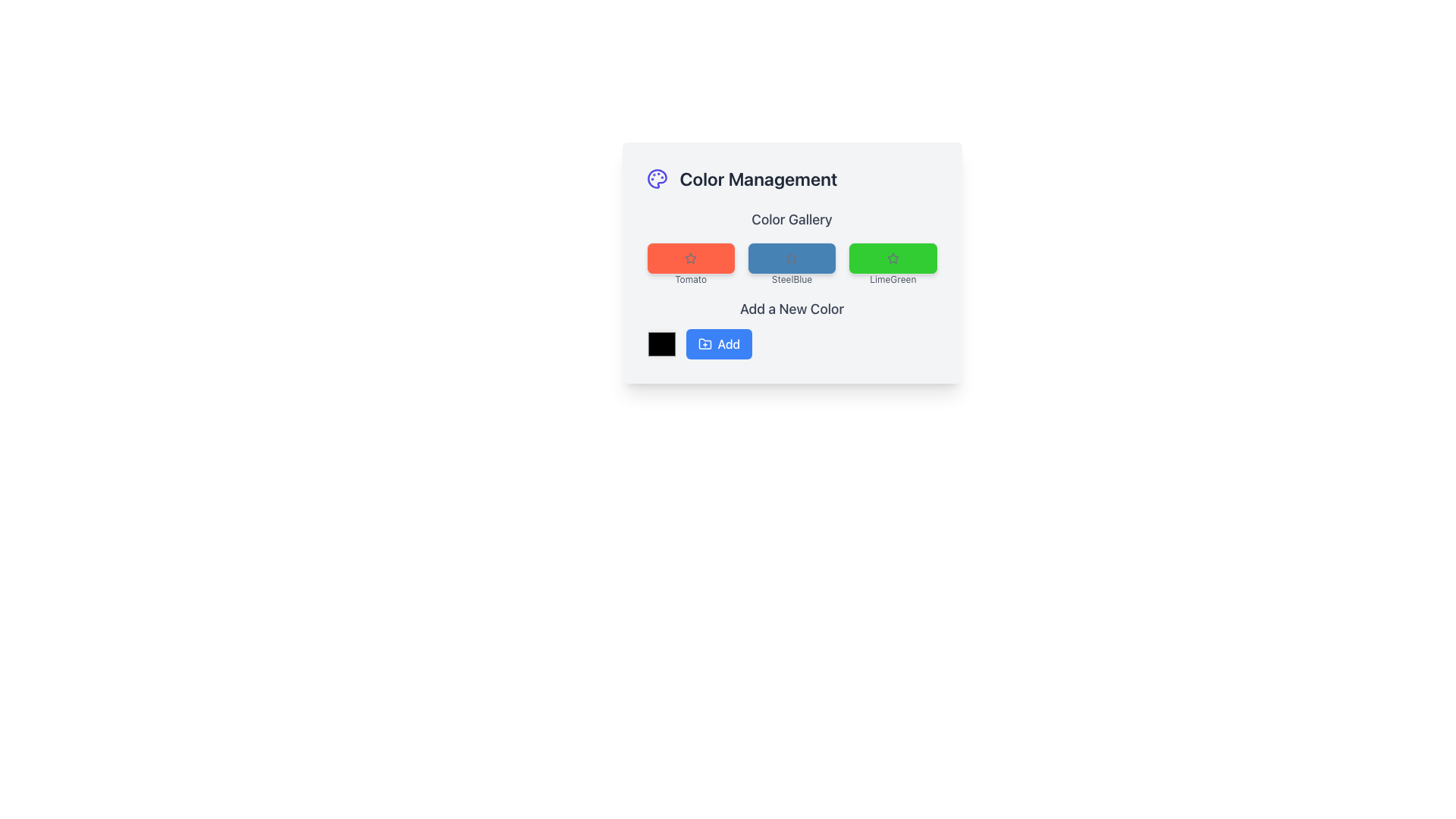 Image resolution: width=1456 pixels, height=819 pixels. What do you see at coordinates (758, 177) in the screenshot?
I see `the static text header labeled 'Color Management', which is styled with a large bold font and dark gray color, positioned above the 'Color Gallery' heading` at bounding box center [758, 177].